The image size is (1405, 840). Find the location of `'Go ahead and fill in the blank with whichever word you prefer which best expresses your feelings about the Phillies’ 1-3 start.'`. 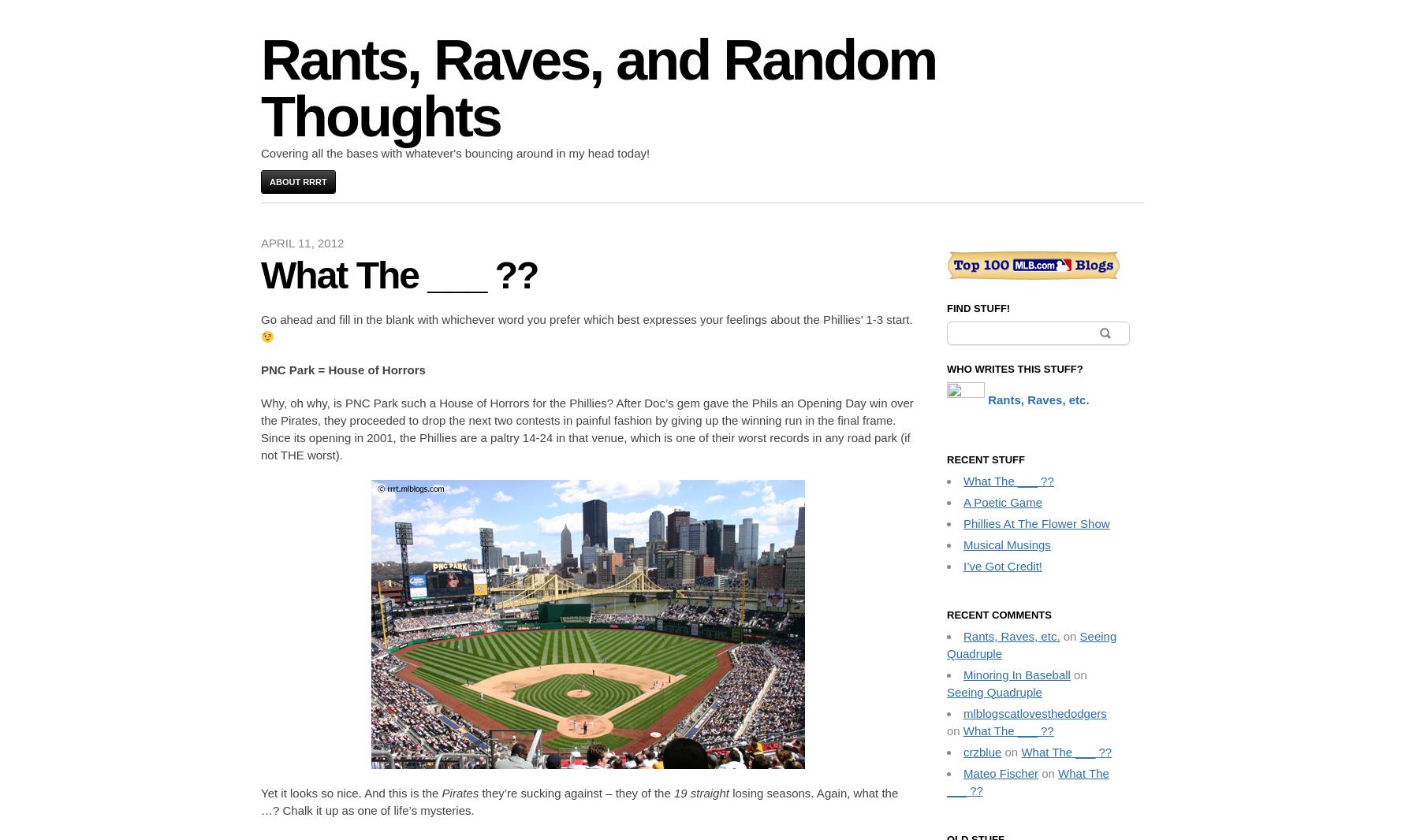

'Go ahead and fill in the blank with whichever word you prefer which best expresses your feelings about the Phillies’ 1-3 start.' is located at coordinates (586, 319).